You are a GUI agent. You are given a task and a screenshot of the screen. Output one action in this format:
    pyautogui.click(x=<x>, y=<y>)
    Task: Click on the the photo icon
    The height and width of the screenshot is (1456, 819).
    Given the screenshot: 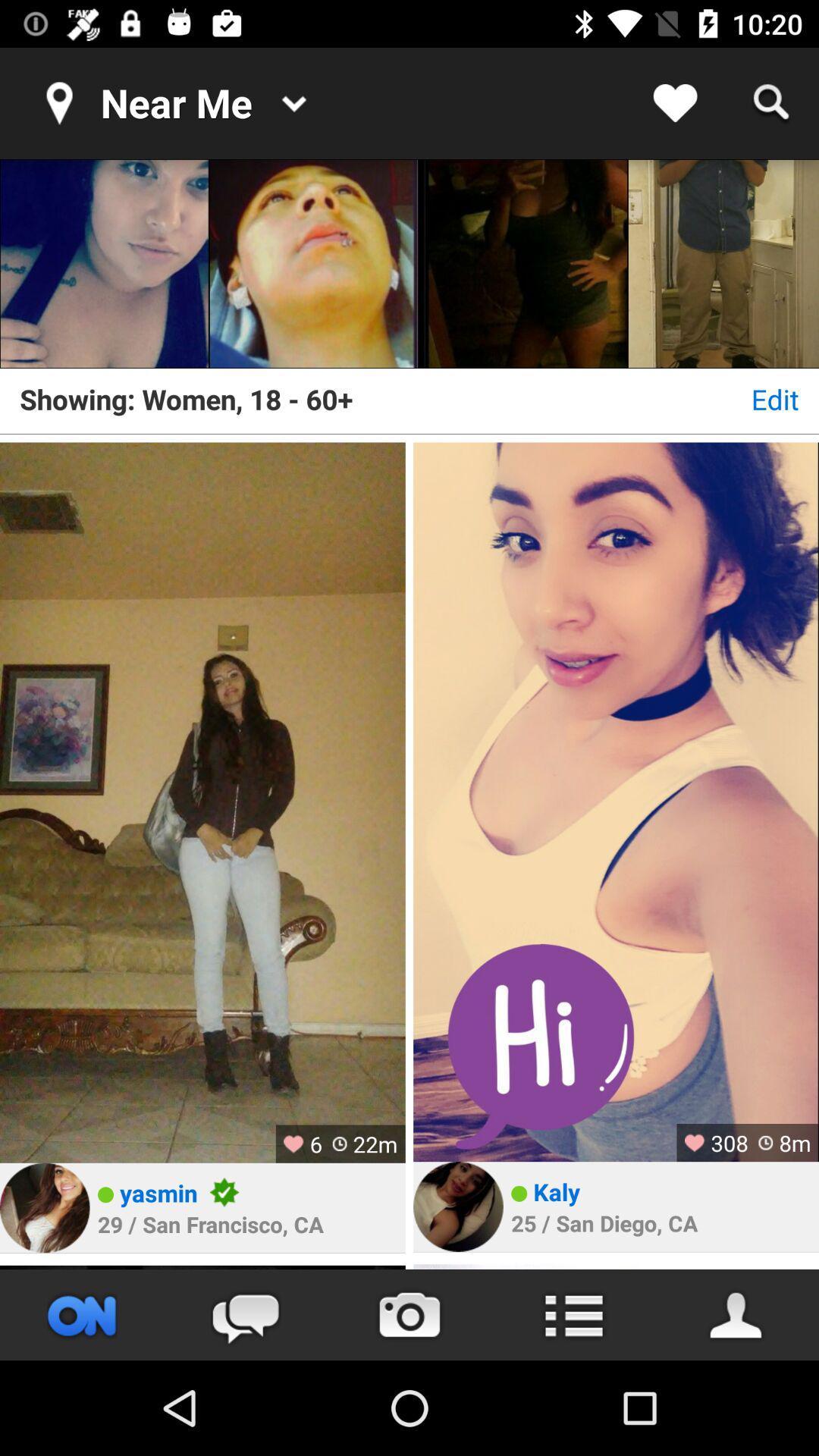 What is the action you would take?
    pyautogui.click(x=409, y=1314)
    